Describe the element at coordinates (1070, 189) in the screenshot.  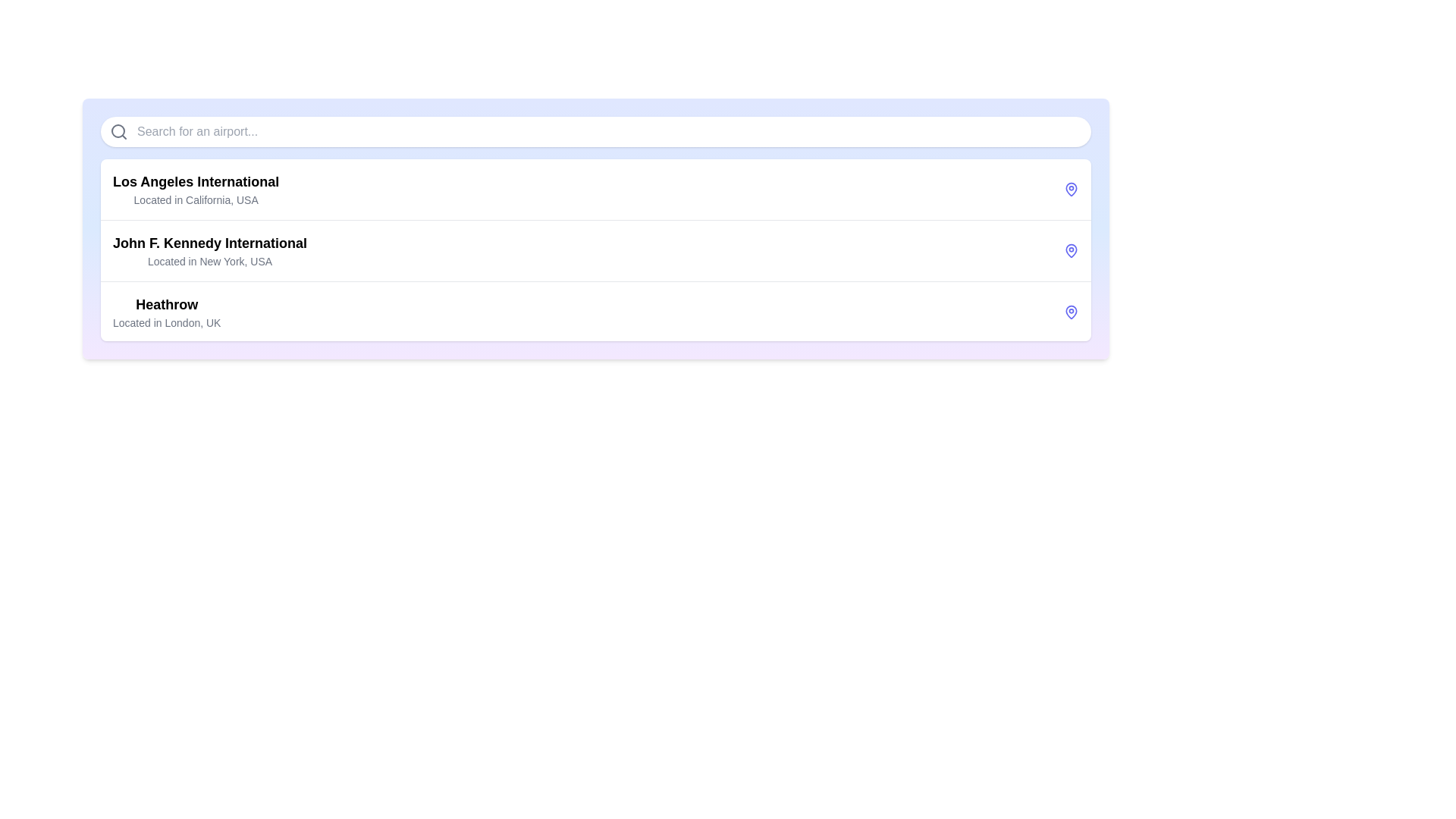
I see `the indigo map pin icon located to the far right of the 'Los Angeles International' list entry` at that location.